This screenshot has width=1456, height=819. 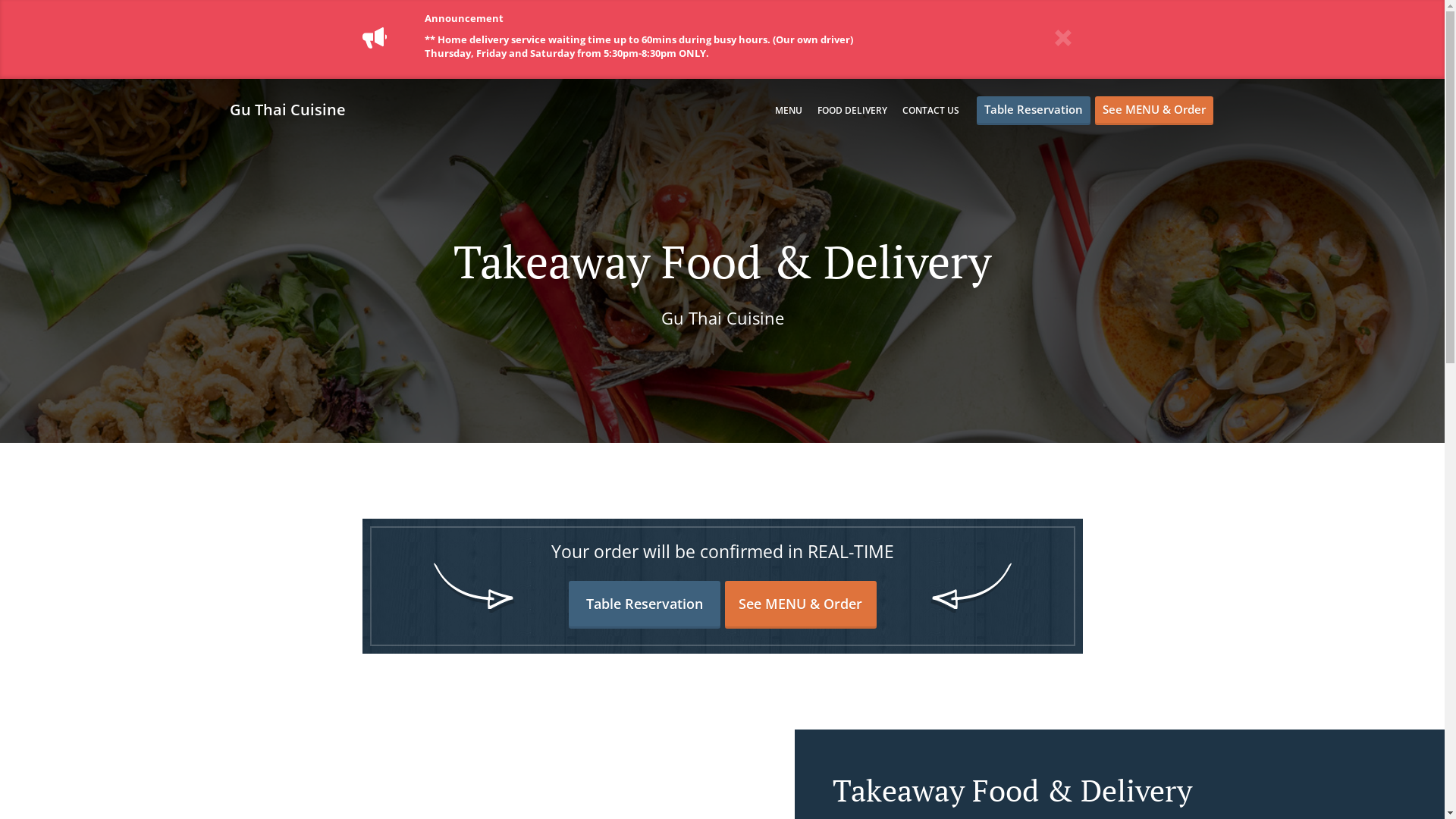 I want to click on 'Gu Thai Cuisine', so click(x=294, y=108).